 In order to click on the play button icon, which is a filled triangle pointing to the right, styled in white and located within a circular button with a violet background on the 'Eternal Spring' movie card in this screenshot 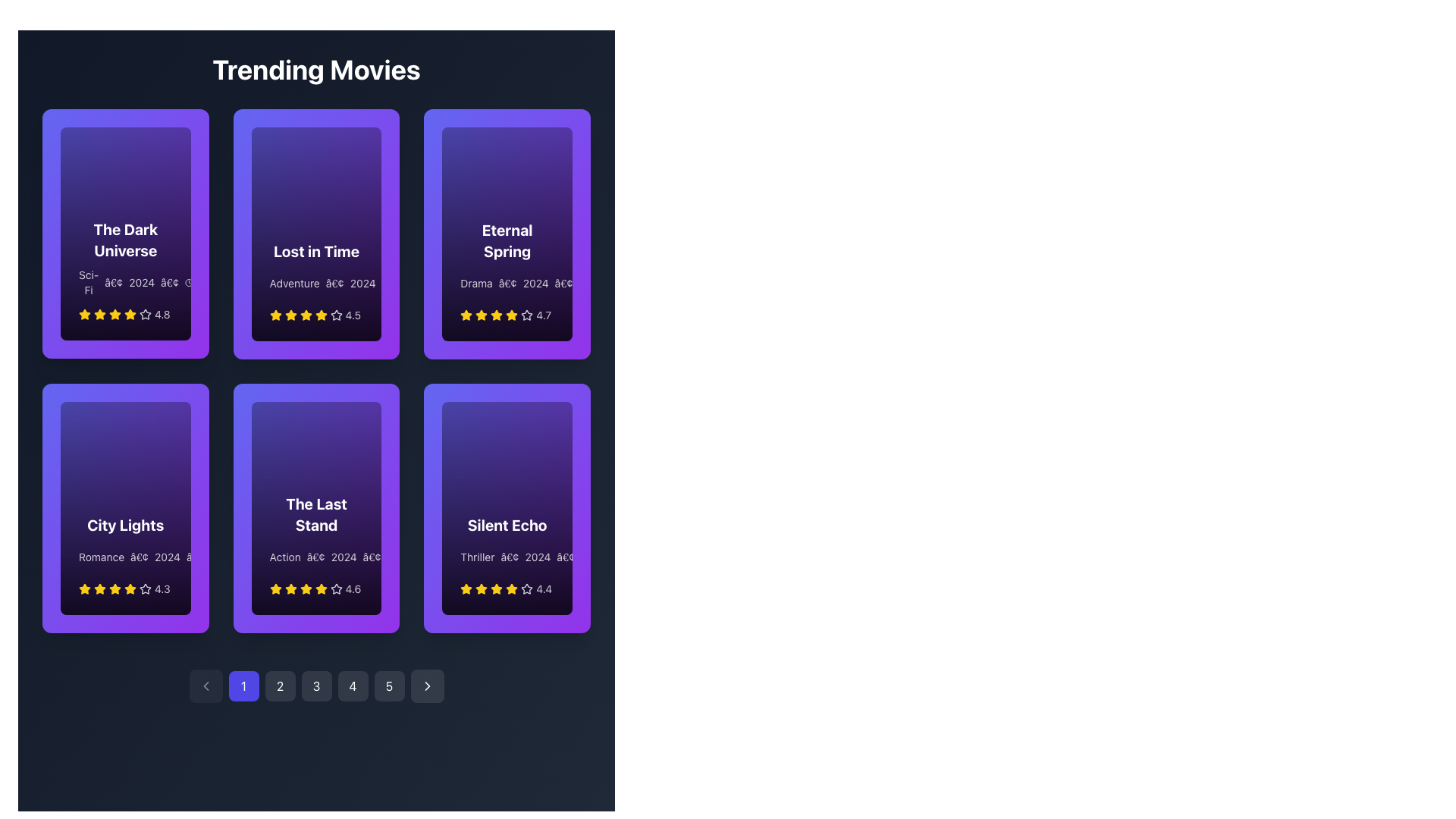, I will do `click(563, 140)`.